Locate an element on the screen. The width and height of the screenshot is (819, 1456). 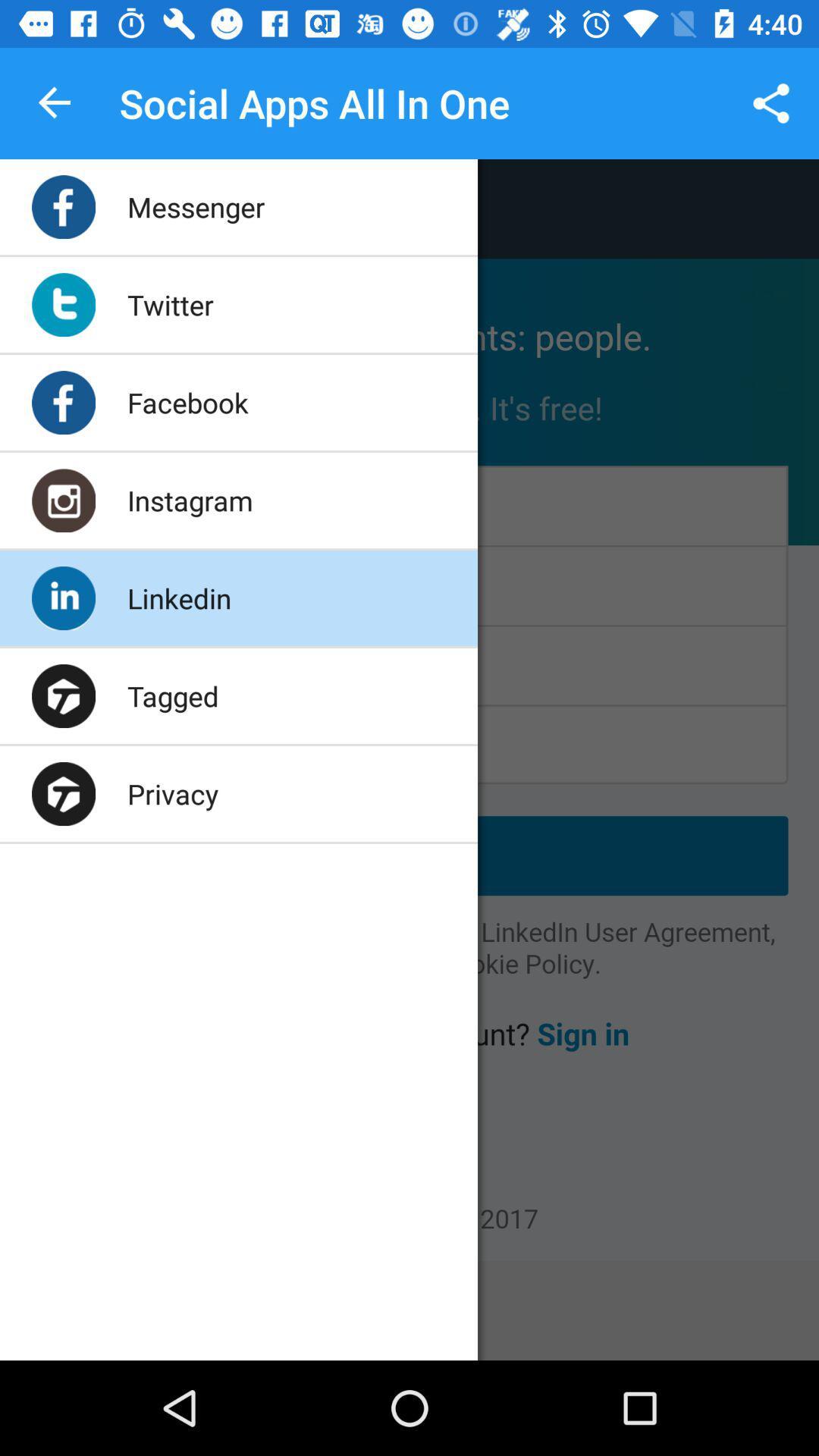
item at the center is located at coordinates (409, 709).